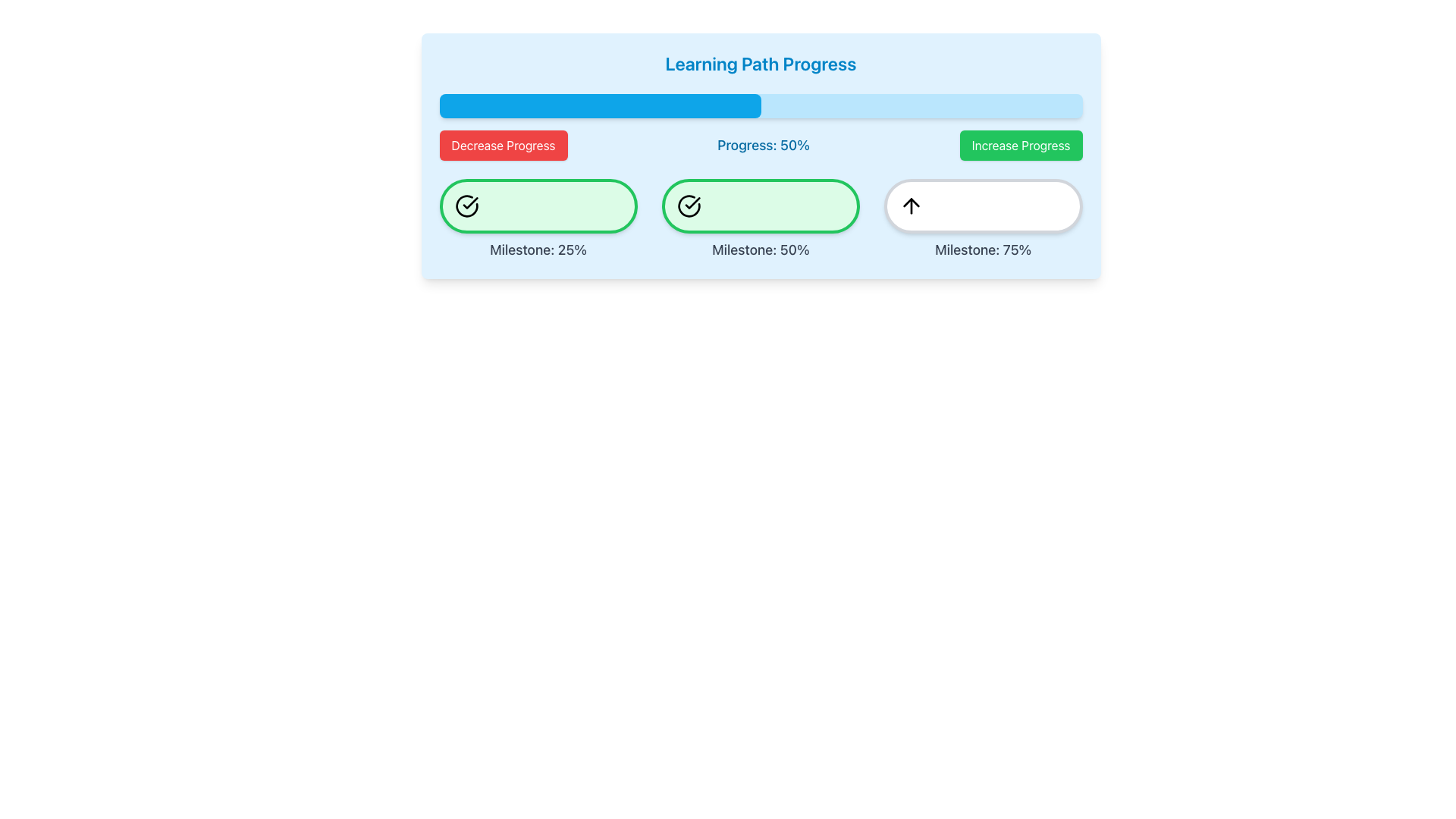  I want to click on the Progress milestone indicator located centrally underneath the progress bar, representing the 50% milestone, so click(761, 206).